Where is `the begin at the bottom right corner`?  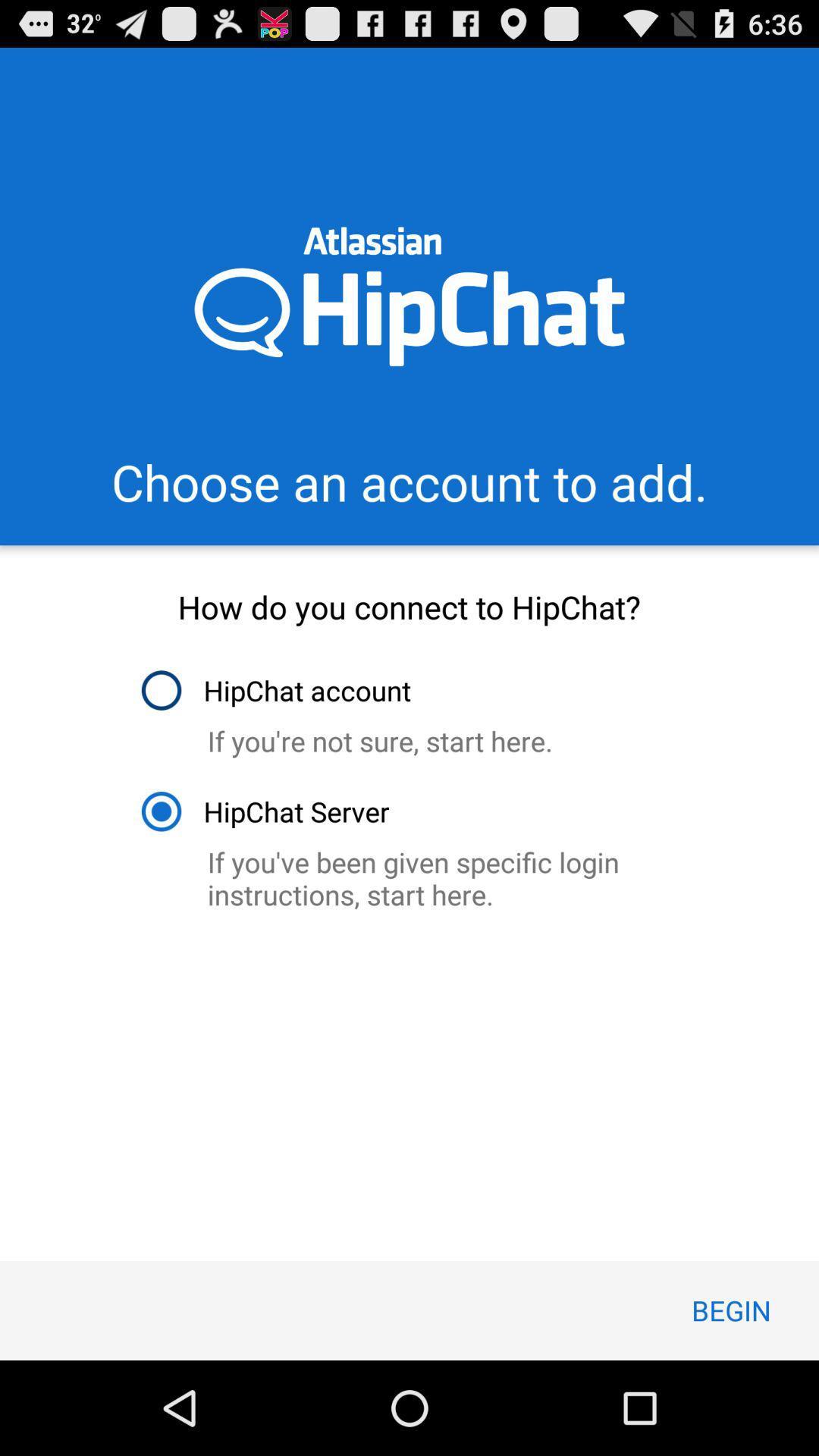 the begin at the bottom right corner is located at coordinates (730, 1310).